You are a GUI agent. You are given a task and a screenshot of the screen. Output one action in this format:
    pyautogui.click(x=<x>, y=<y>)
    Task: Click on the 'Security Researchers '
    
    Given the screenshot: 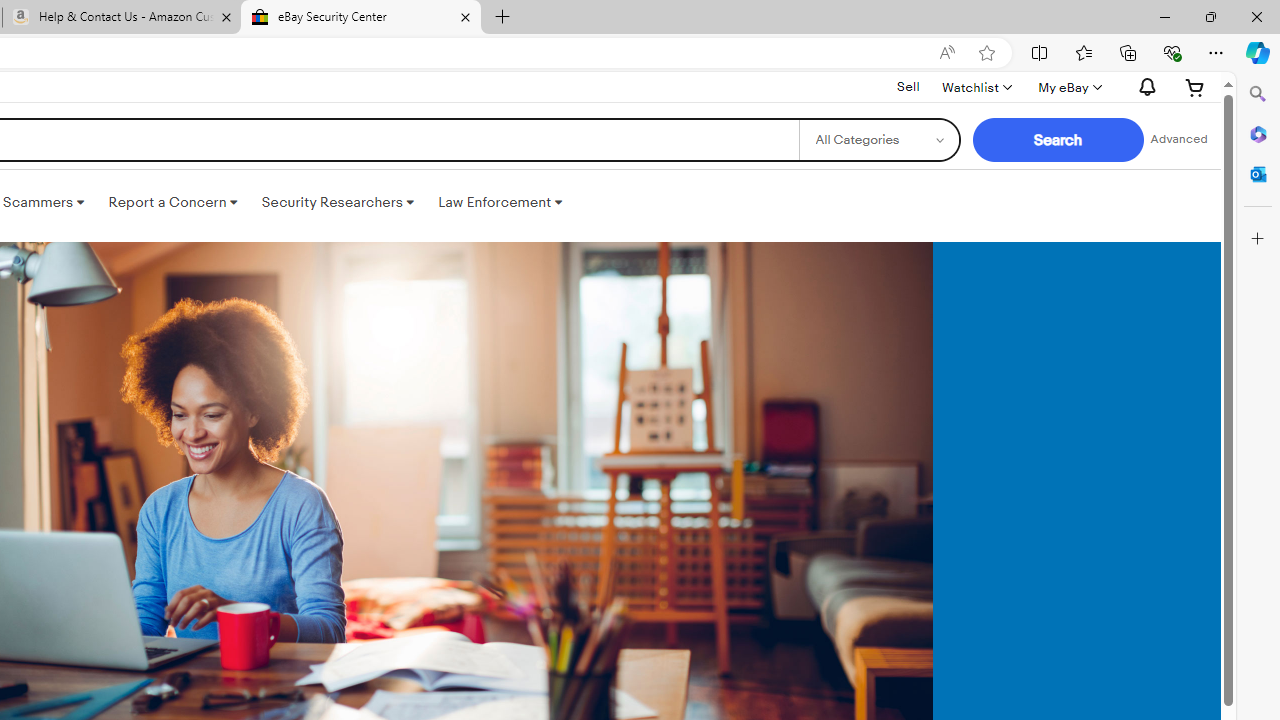 What is the action you would take?
    pyautogui.click(x=337, y=203)
    